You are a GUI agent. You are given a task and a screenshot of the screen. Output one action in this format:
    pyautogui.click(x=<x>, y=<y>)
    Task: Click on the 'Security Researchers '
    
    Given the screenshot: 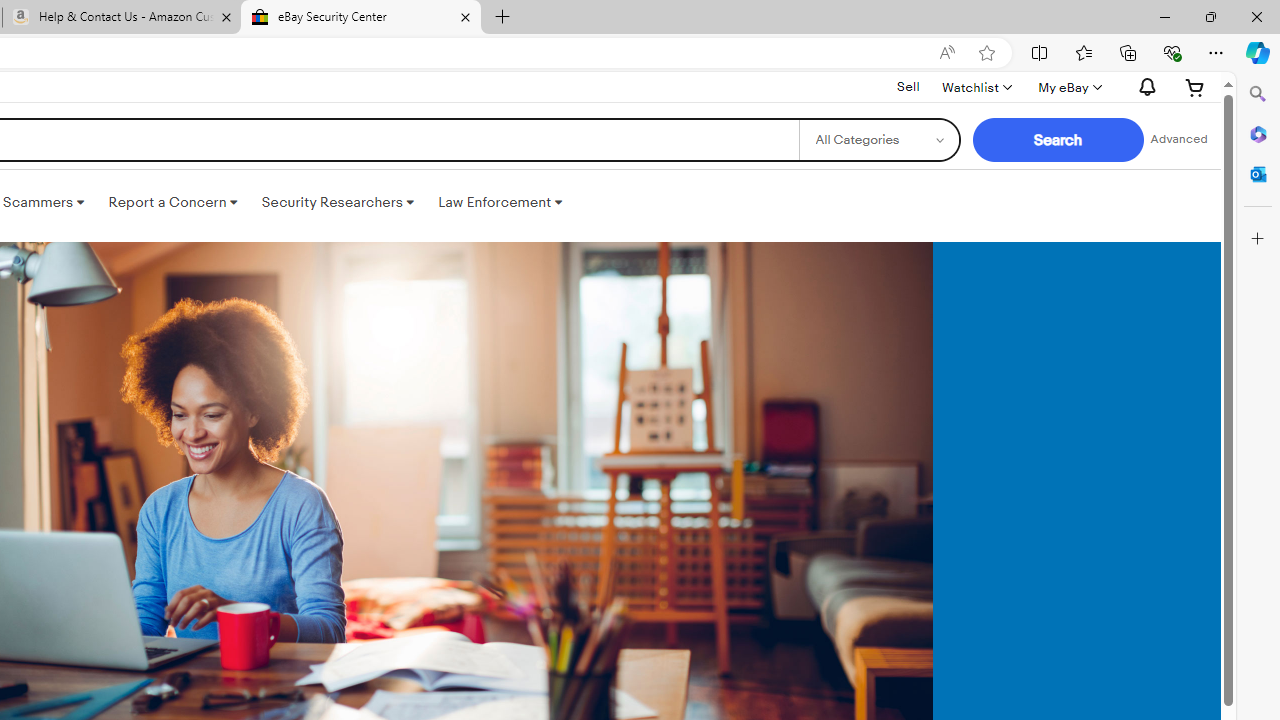 What is the action you would take?
    pyautogui.click(x=337, y=203)
    